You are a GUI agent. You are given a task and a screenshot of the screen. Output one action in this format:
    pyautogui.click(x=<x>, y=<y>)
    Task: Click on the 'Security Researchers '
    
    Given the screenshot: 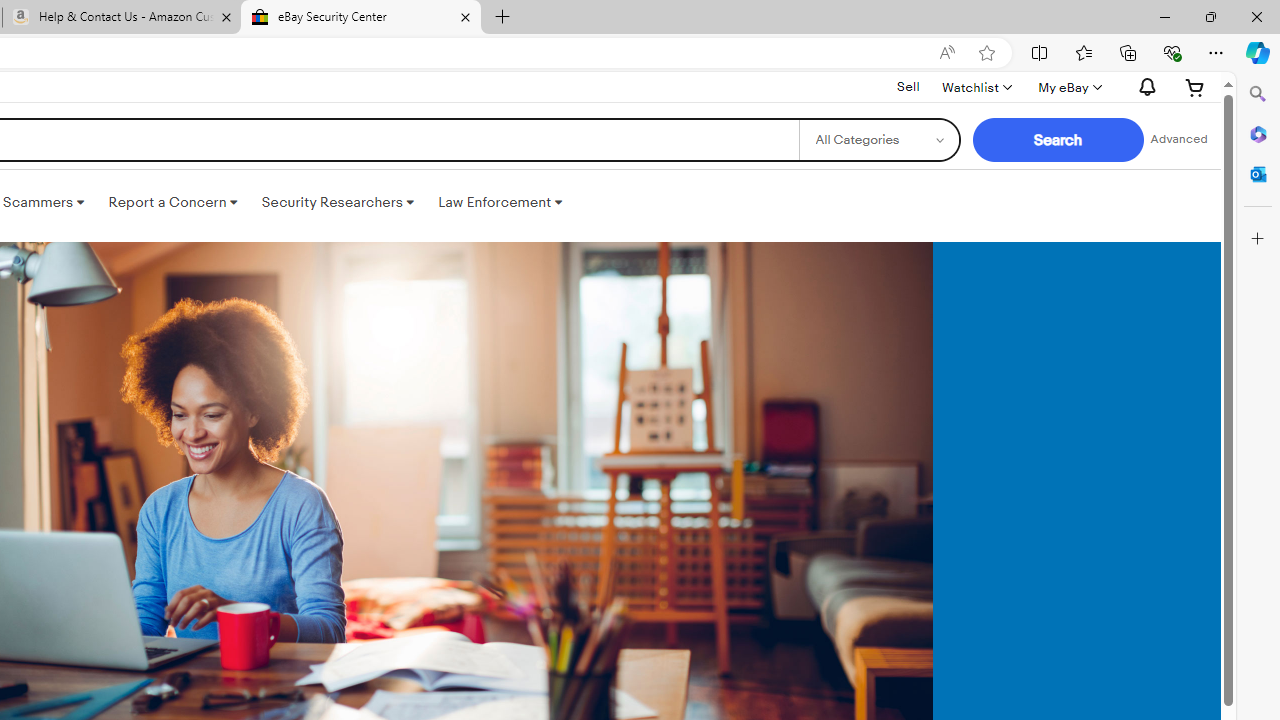 What is the action you would take?
    pyautogui.click(x=337, y=203)
    